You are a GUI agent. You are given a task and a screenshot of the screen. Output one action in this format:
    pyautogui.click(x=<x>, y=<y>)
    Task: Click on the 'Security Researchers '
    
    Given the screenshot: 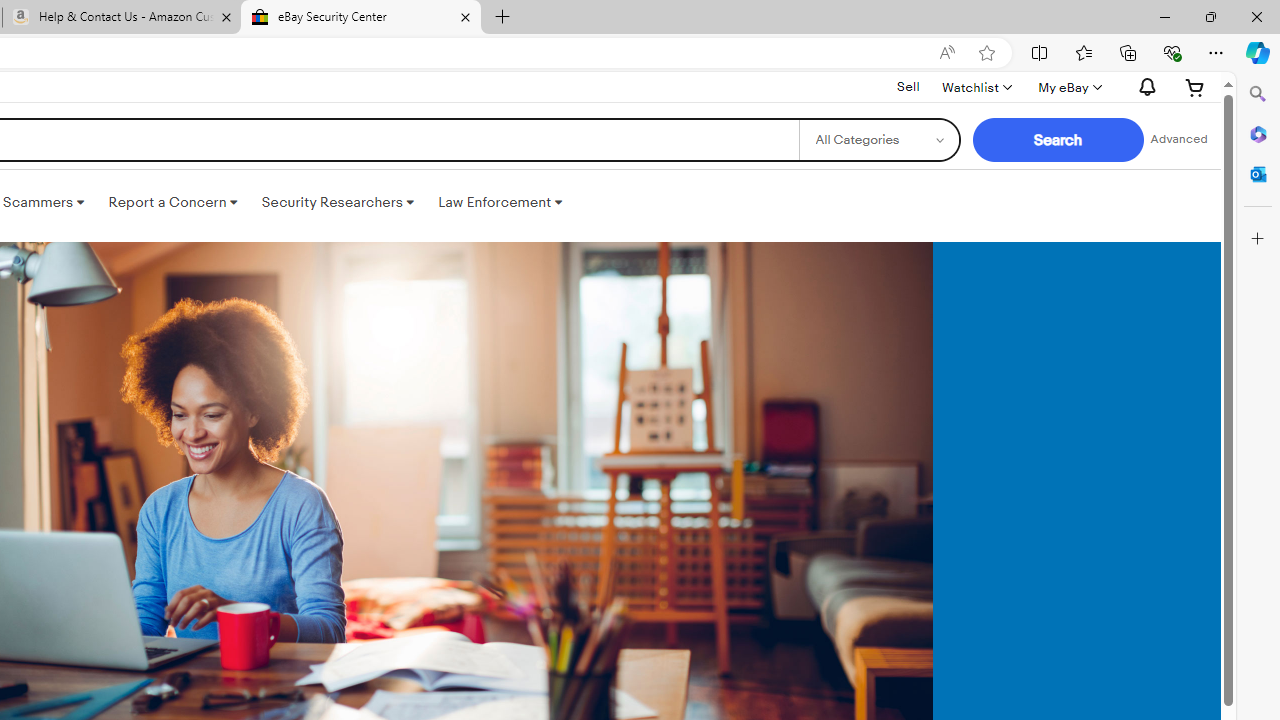 What is the action you would take?
    pyautogui.click(x=337, y=203)
    